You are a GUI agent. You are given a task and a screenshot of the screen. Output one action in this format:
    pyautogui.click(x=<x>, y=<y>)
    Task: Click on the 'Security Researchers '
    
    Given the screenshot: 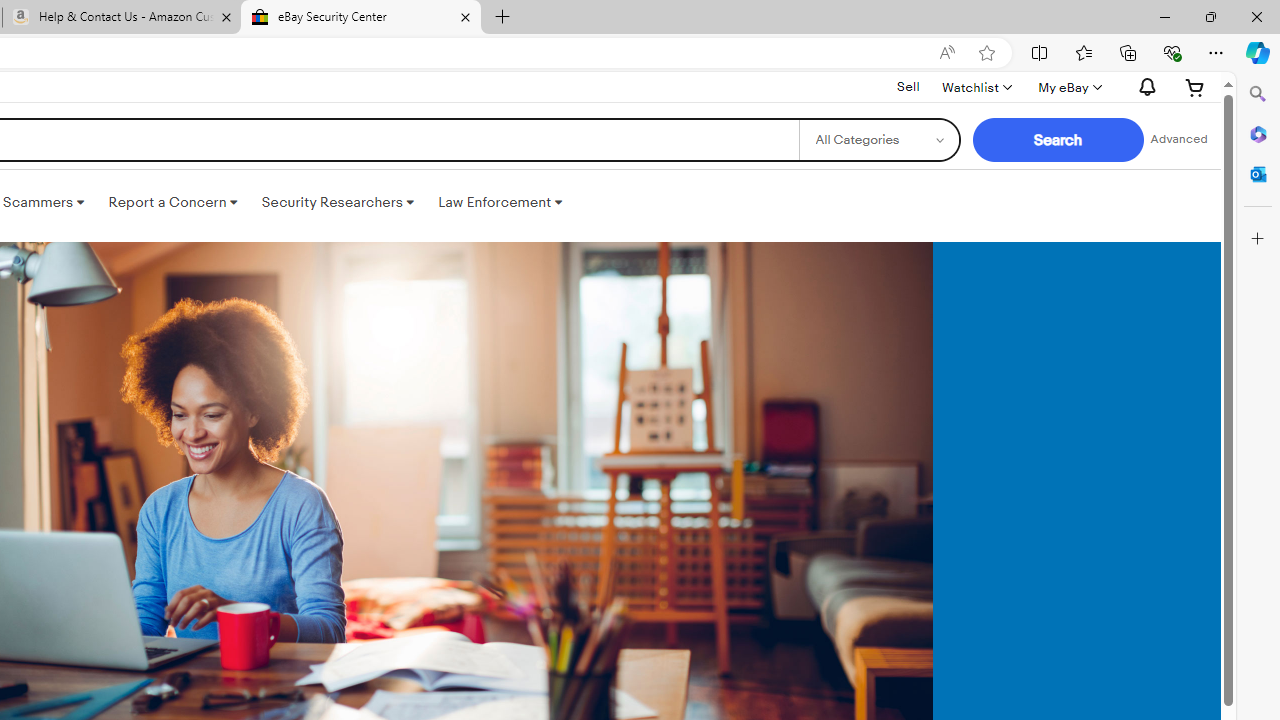 What is the action you would take?
    pyautogui.click(x=337, y=203)
    